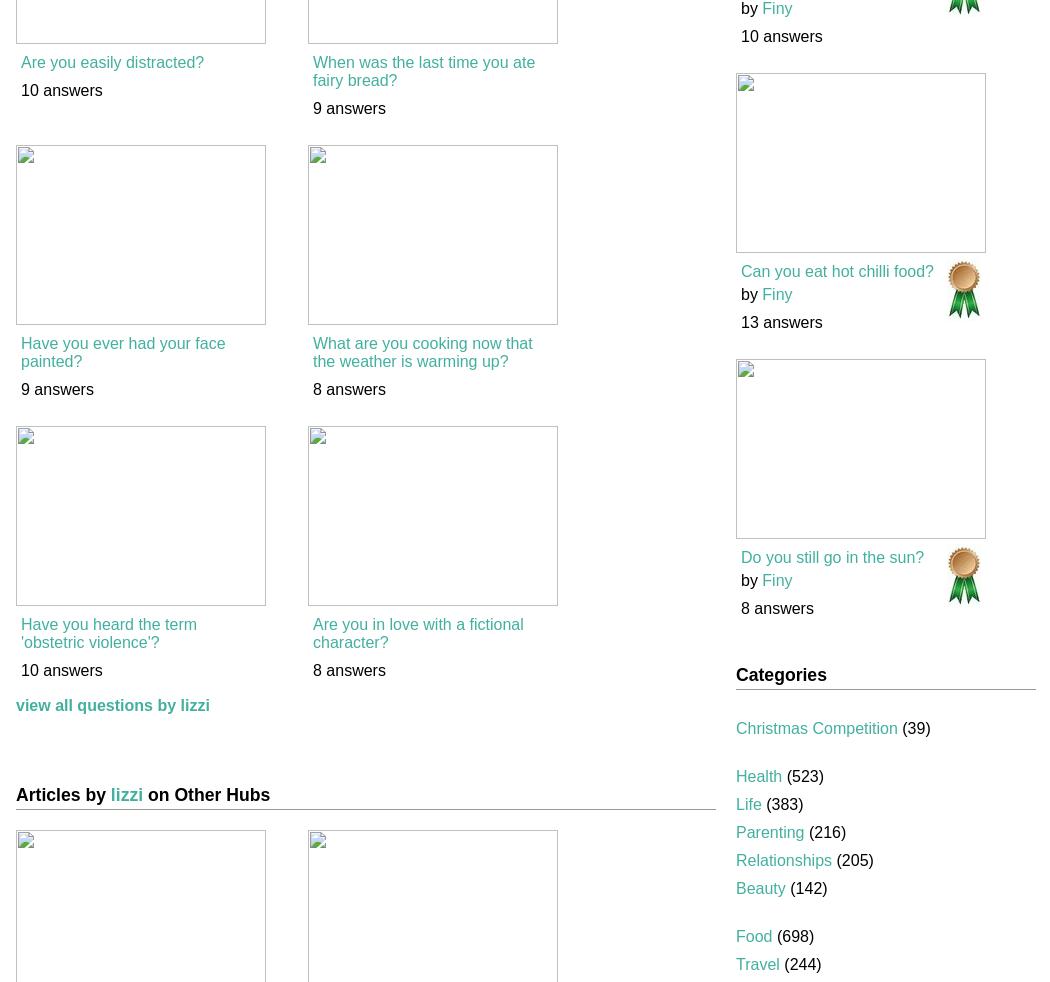 The height and width of the screenshot is (982, 1050). I want to click on 'on Other Hubs', so click(205, 794).